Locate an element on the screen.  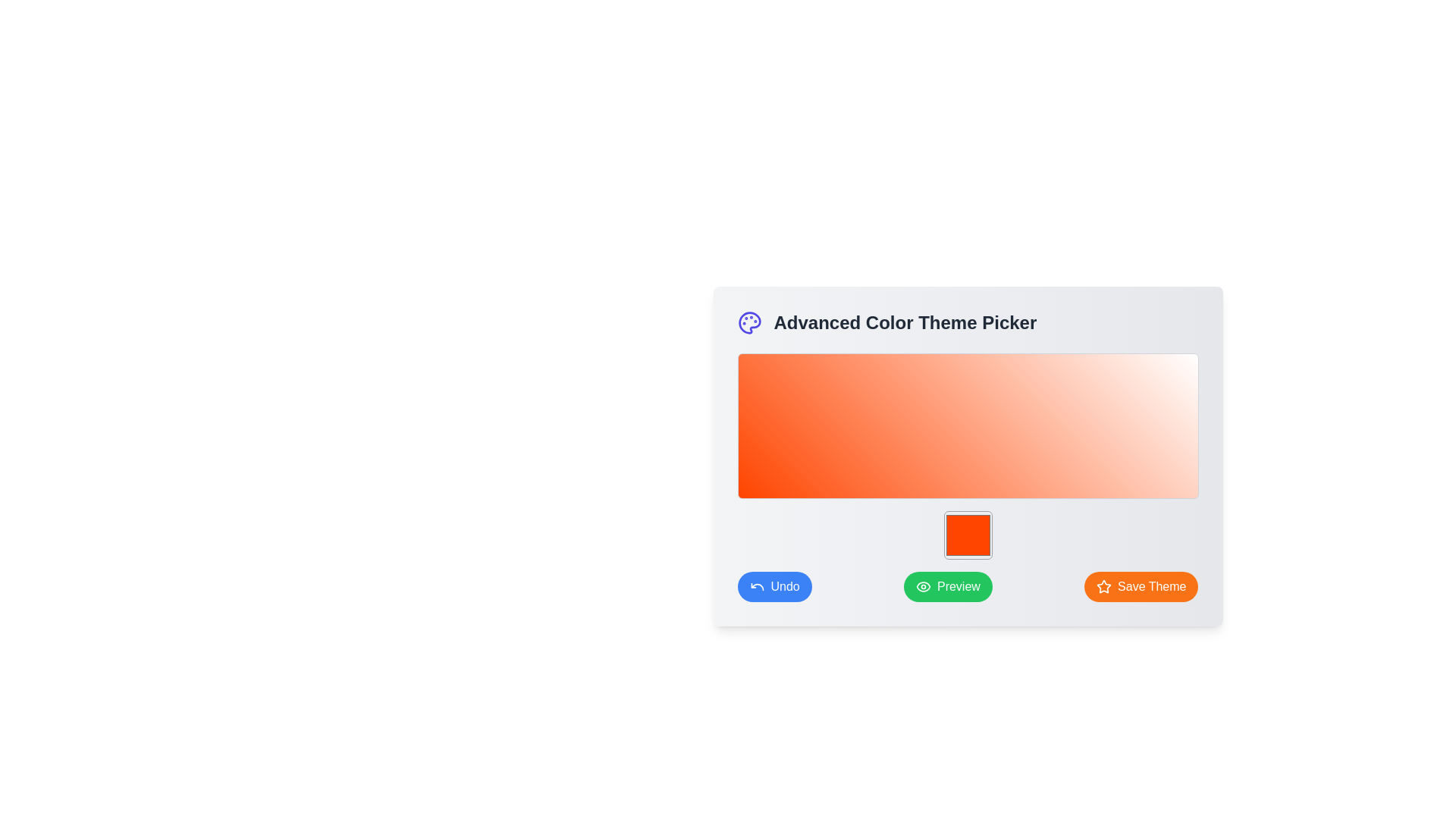
the bright orange 'Save Theme' button with a star icon is located at coordinates (1141, 586).